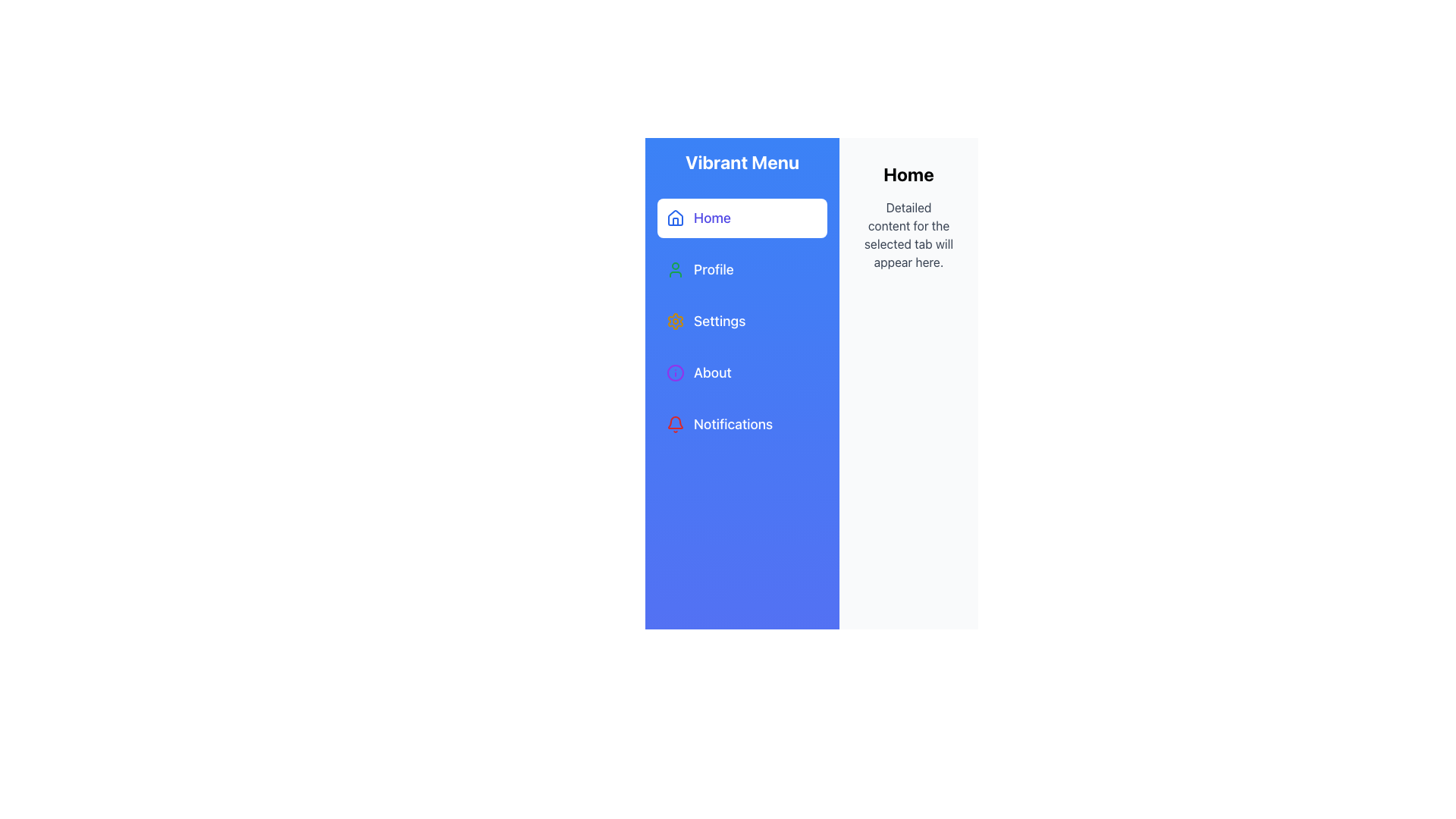 This screenshot has height=819, width=1456. Describe the element at coordinates (742, 321) in the screenshot. I see `a menu item in the vertical navigation menu located in the left sidebar of the interface, below the heading 'Vibrant Menu'` at that location.